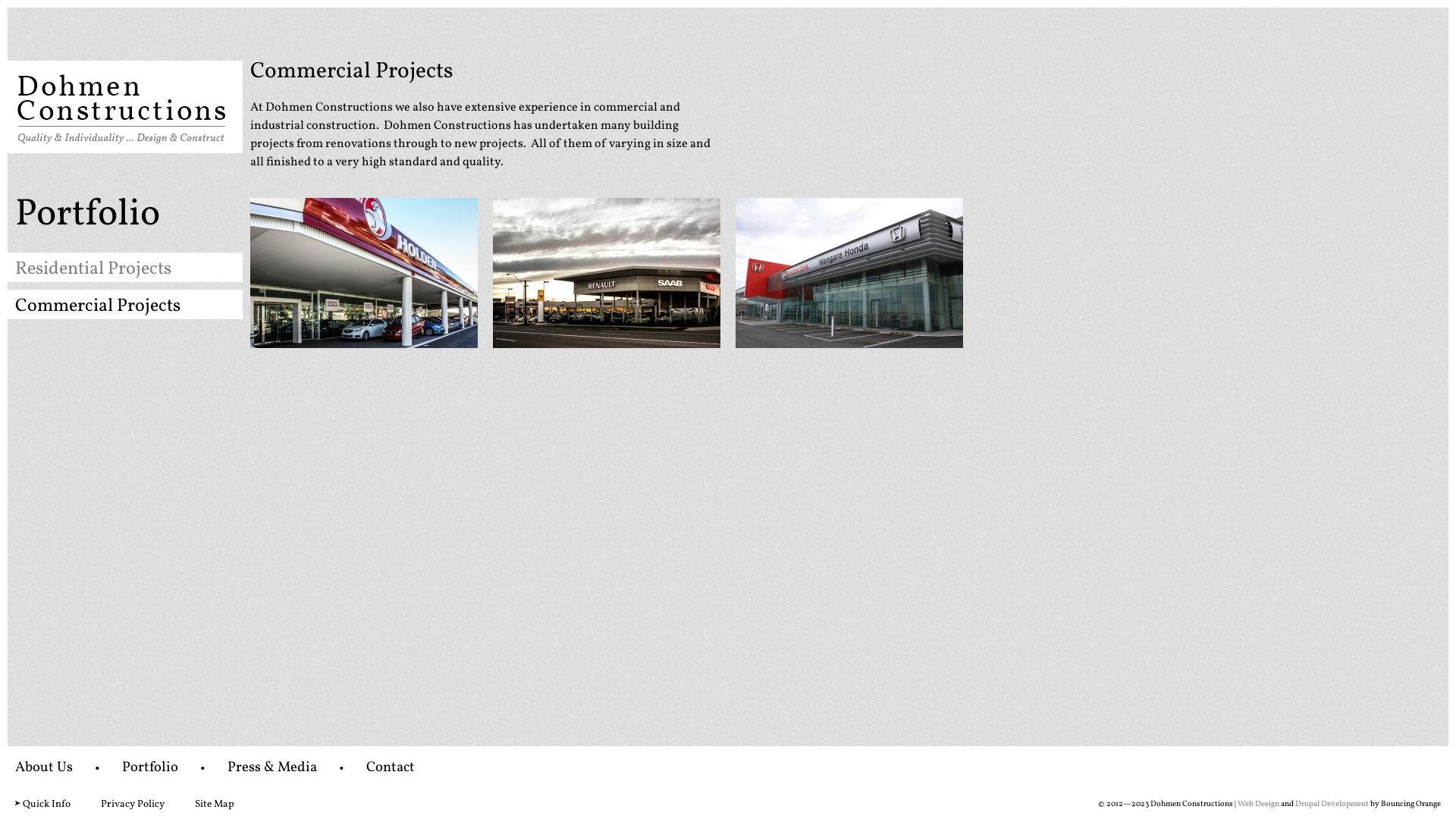 This screenshot has height=819, width=1456. I want to click on 'Cannington, so click(364, 271).